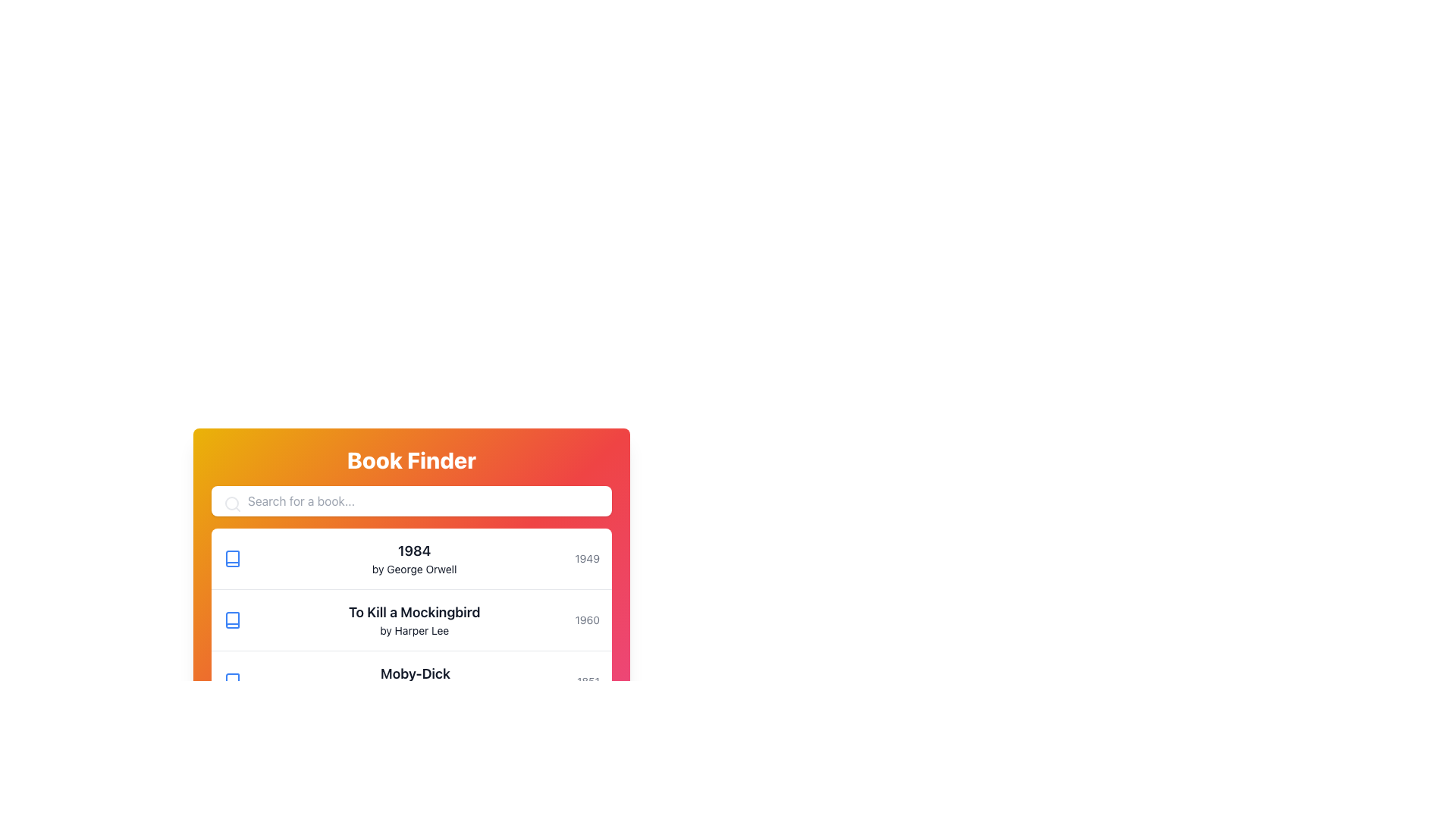 Image resolution: width=1456 pixels, height=819 pixels. What do you see at coordinates (232, 680) in the screenshot?
I see `the thin, blue-lined book icon located to the left of the text 'Moby-Dick'` at bounding box center [232, 680].